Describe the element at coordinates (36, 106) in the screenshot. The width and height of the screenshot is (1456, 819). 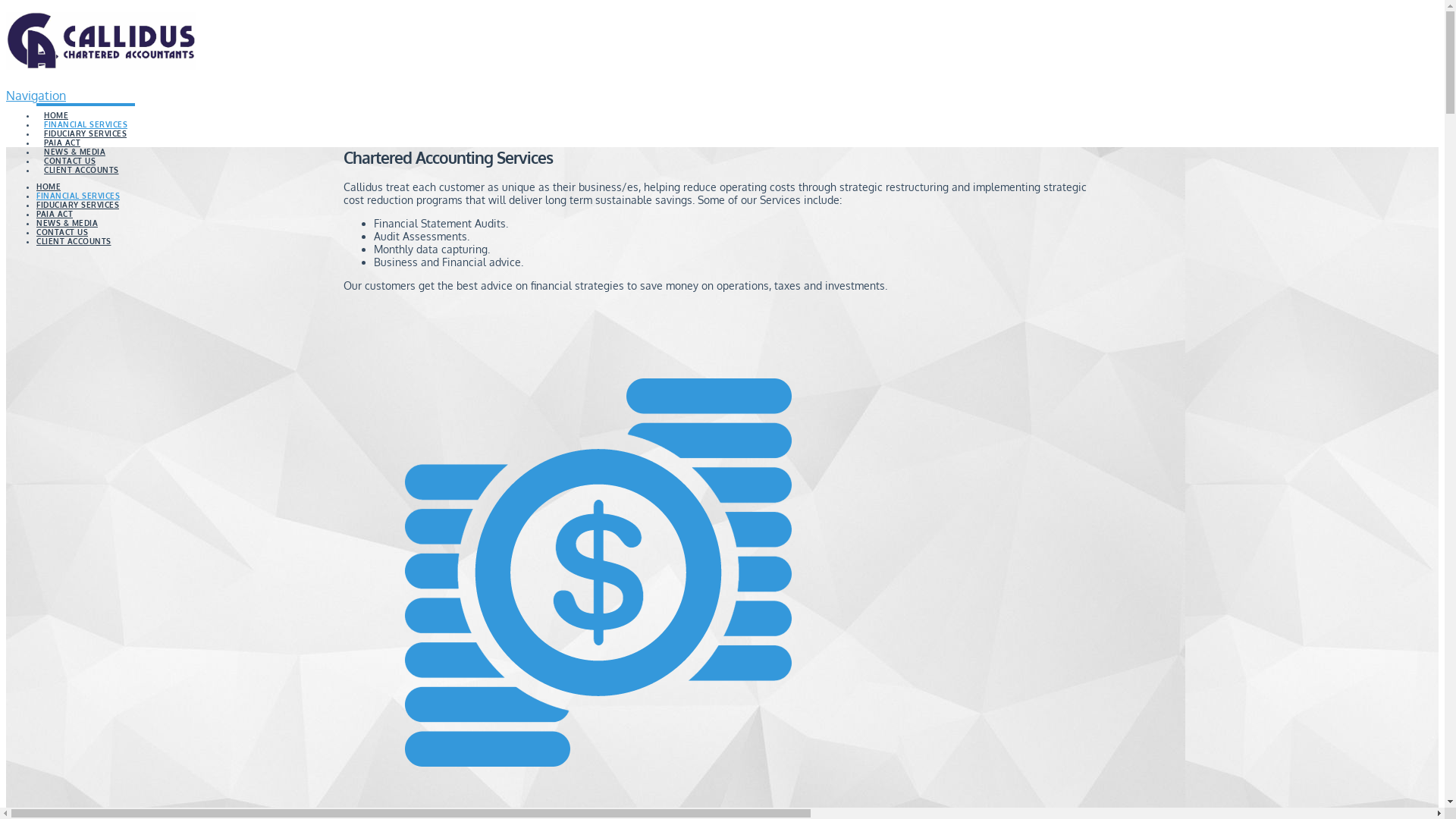
I see `'HOME'` at that location.